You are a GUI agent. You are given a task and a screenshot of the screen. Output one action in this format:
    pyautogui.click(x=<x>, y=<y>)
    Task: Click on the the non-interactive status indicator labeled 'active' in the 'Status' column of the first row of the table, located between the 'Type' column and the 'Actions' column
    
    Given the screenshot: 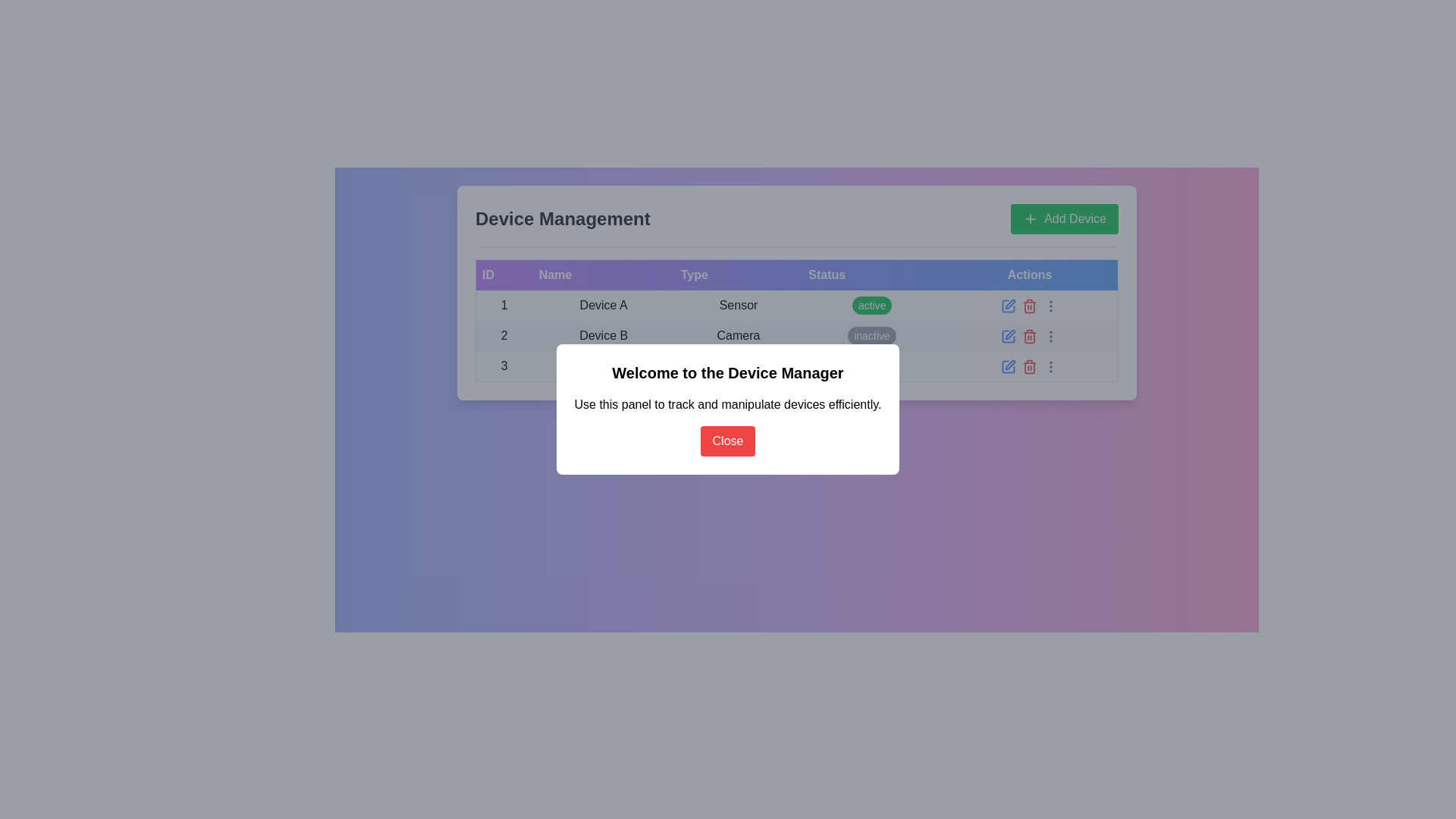 What is the action you would take?
    pyautogui.click(x=872, y=305)
    